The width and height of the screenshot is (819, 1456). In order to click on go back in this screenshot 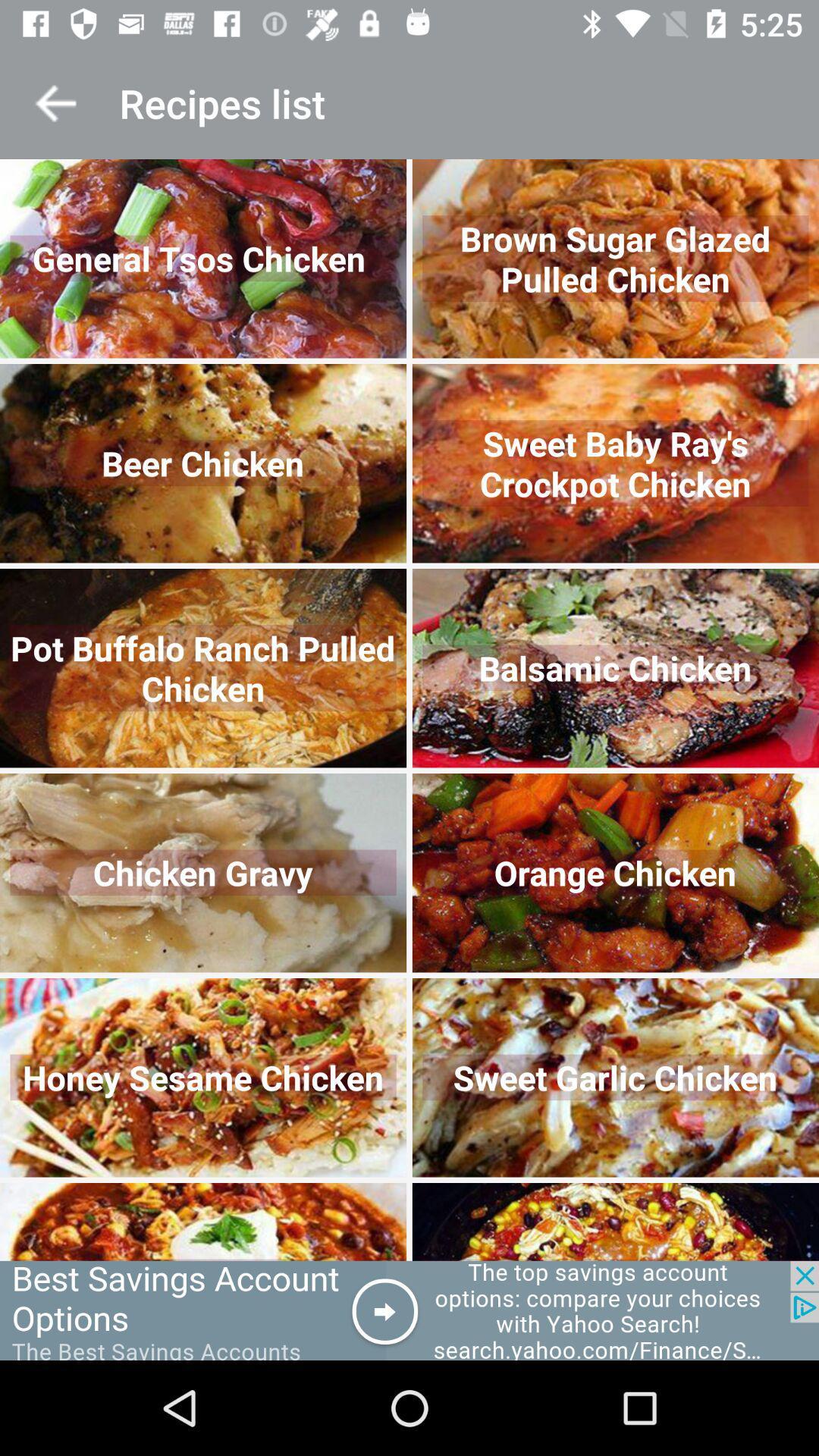, I will do `click(55, 102)`.